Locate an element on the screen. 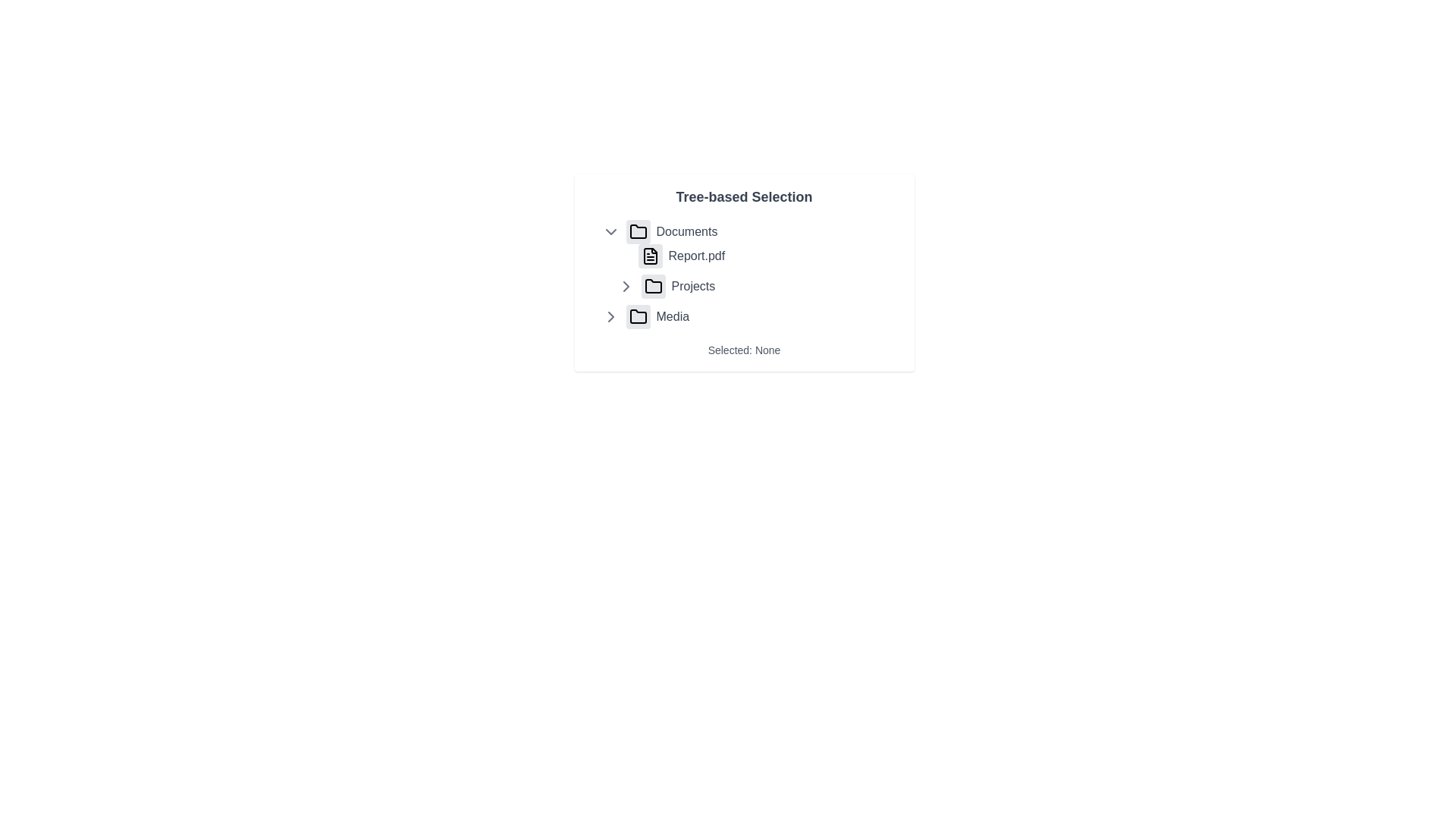 The height and width of the screenshot is (819, 1456). the 'Media' folder in the tree-based selection system for interaction is located at coordinates (752, 315).